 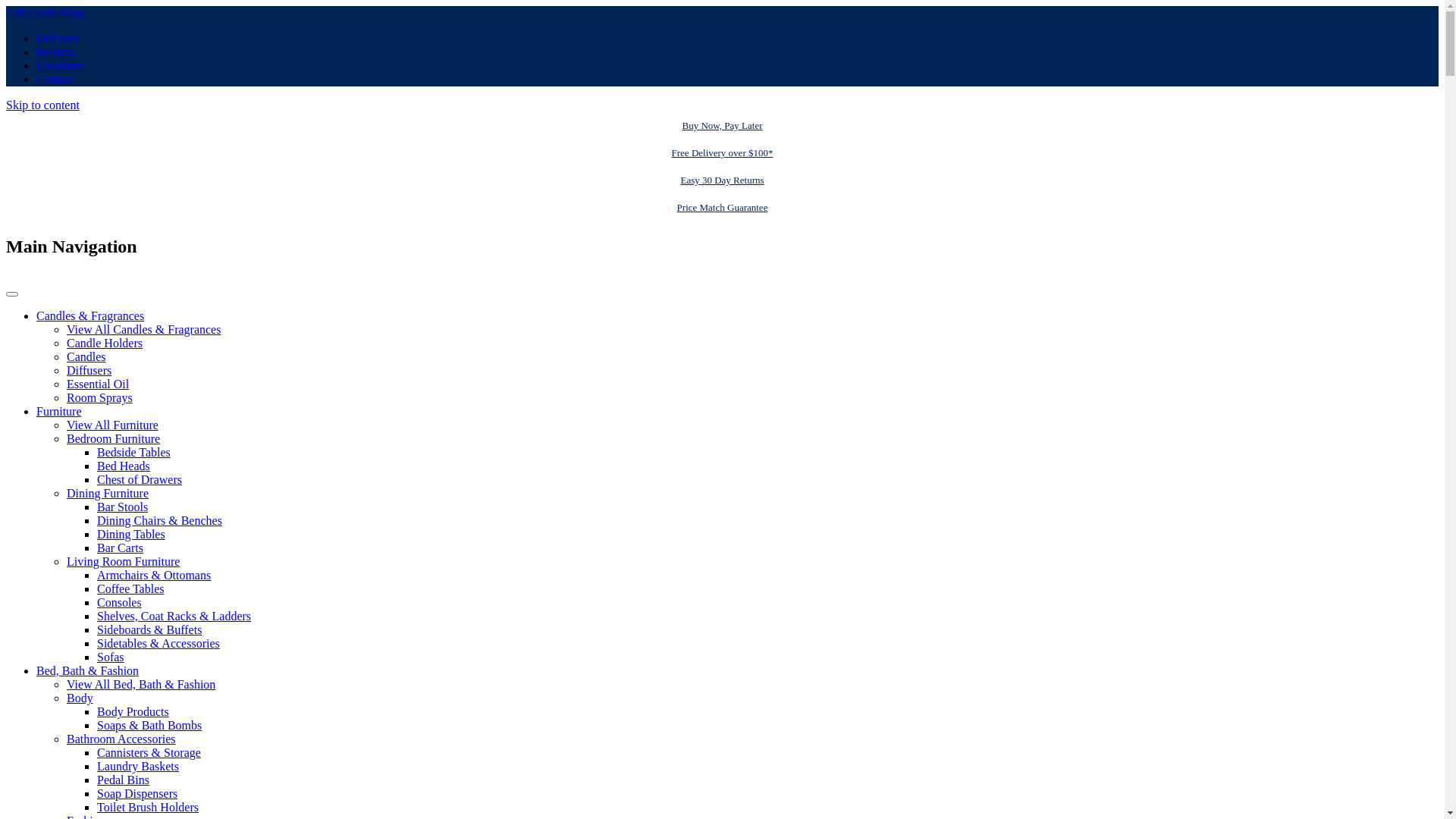 I want to click on 'Body Products', so click(x=133, y=711).